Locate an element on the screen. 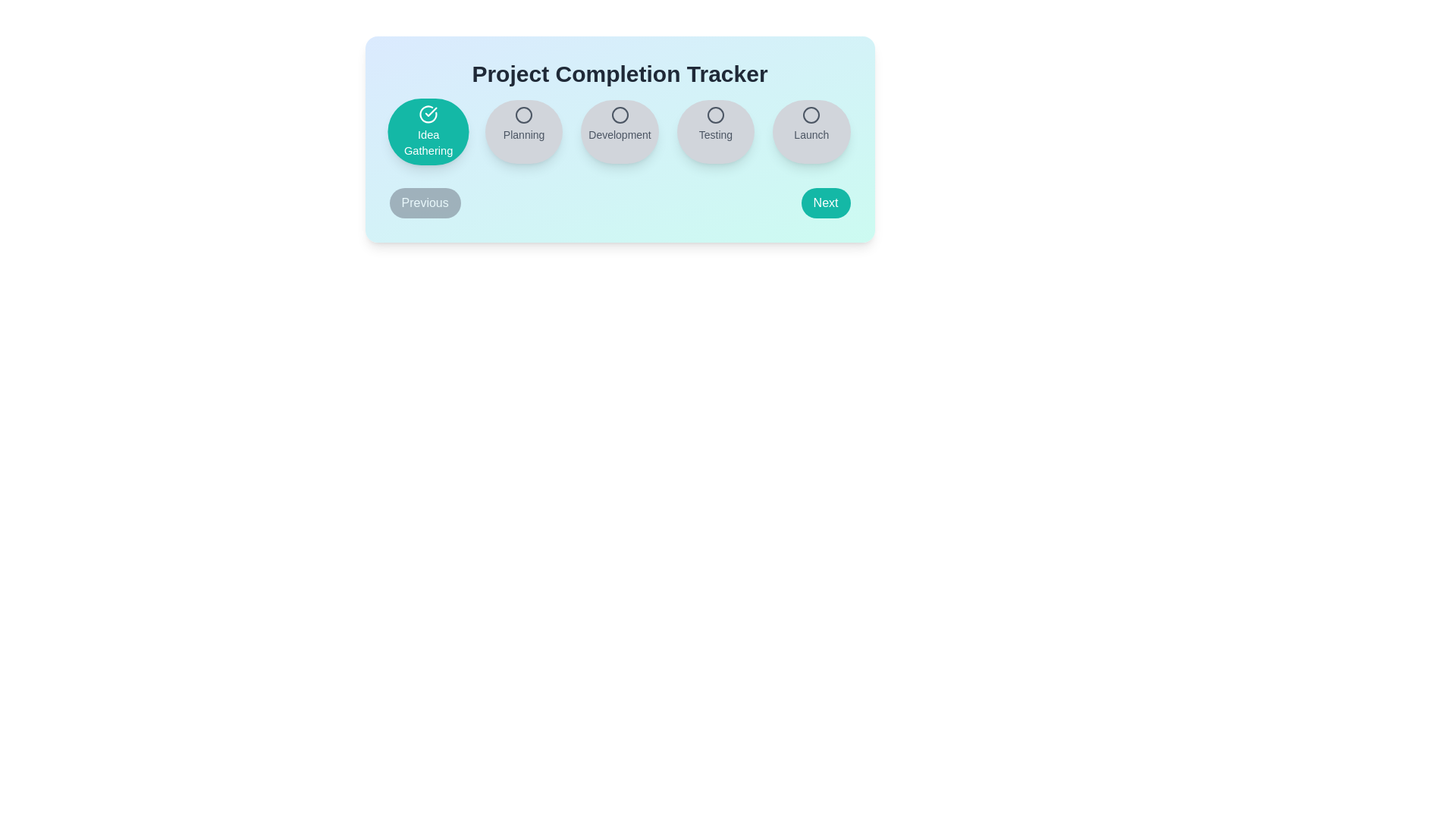  the circular graphical icon representing the 'Launch' stage in the step tracker interface is located at coordinates (811, 114).